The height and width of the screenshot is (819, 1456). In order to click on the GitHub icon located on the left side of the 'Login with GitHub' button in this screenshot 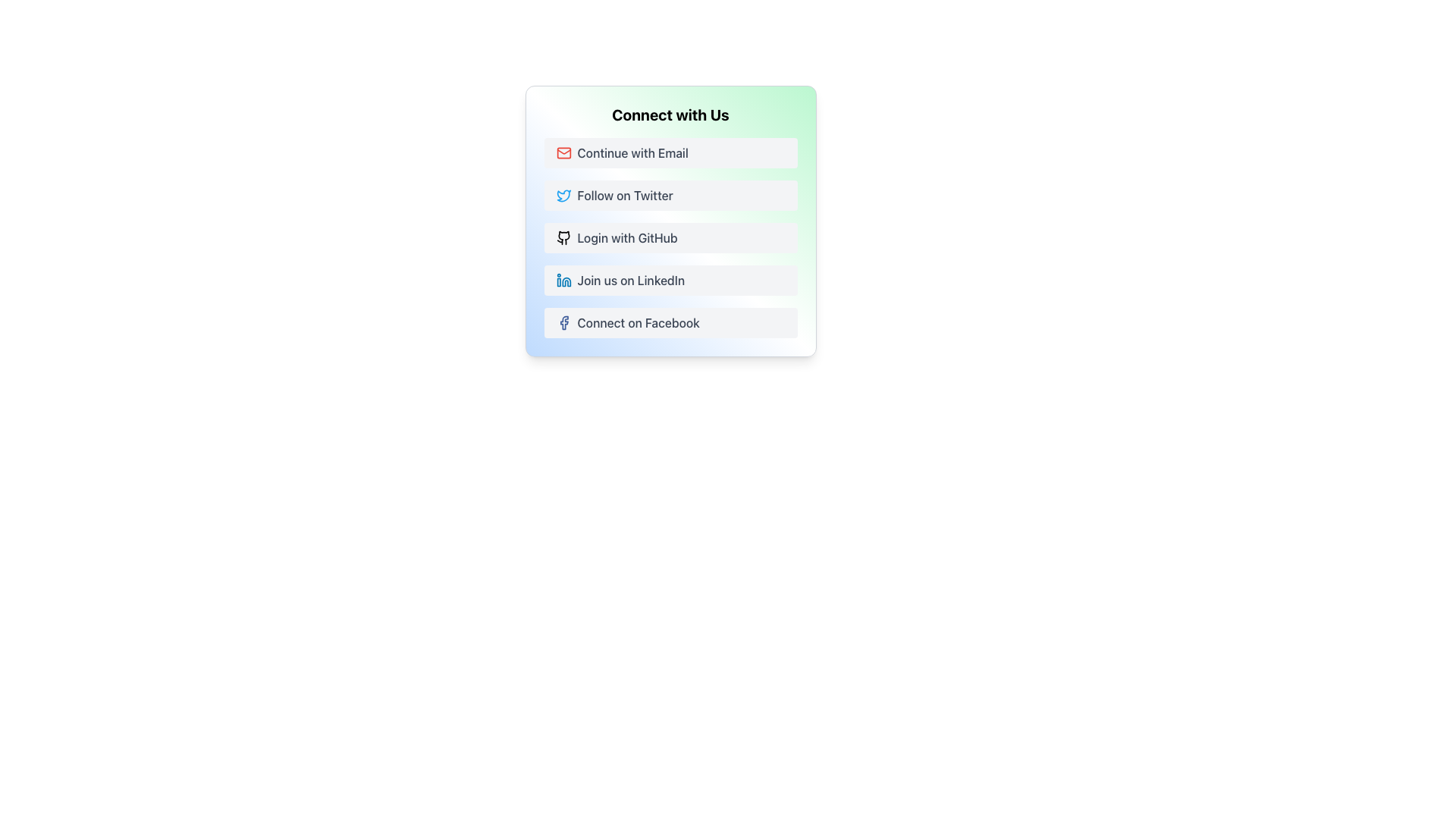, I will do `click(563, 237)`.